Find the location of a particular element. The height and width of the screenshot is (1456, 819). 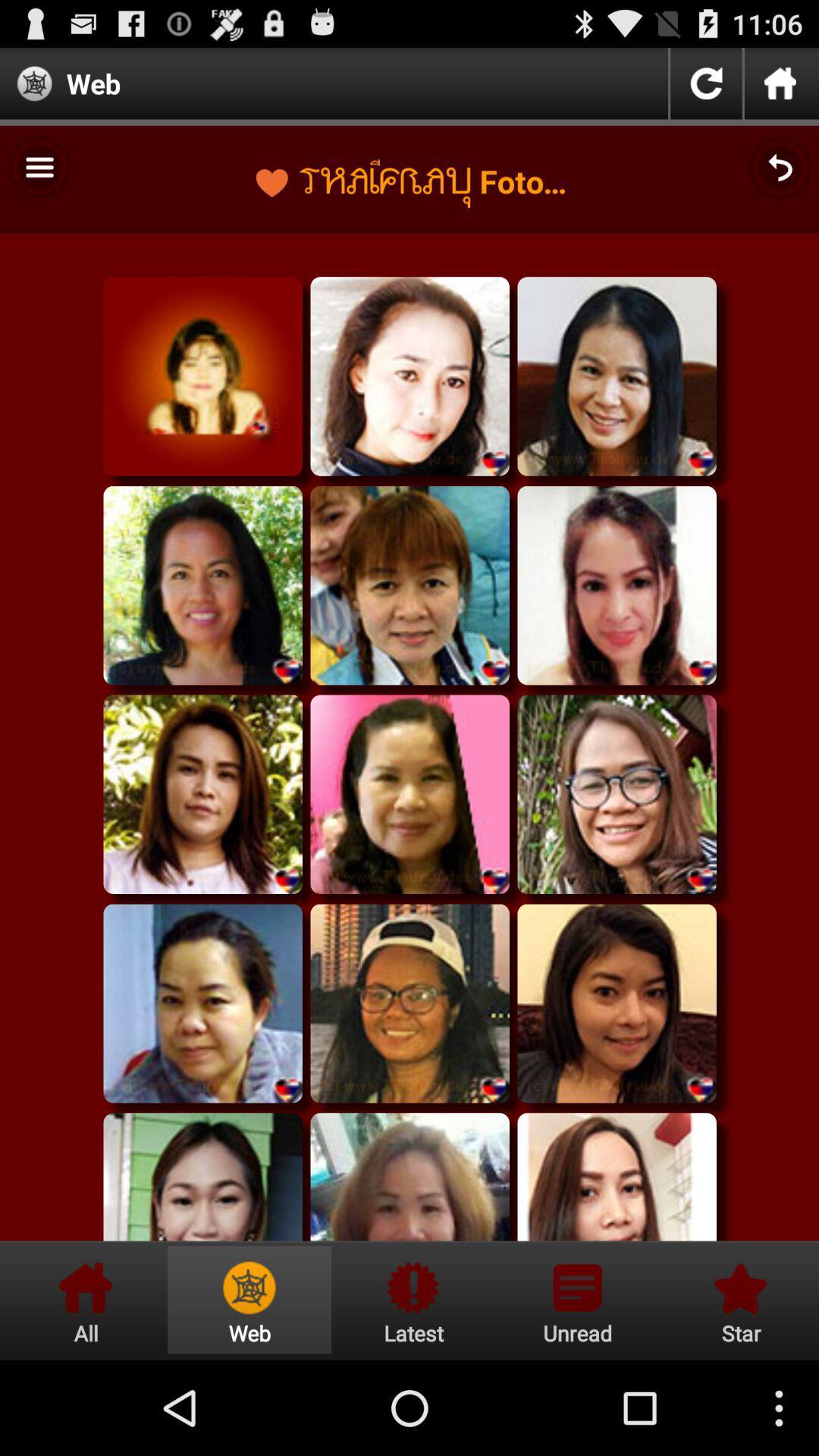

unread is located at coordinates (577, 1299).